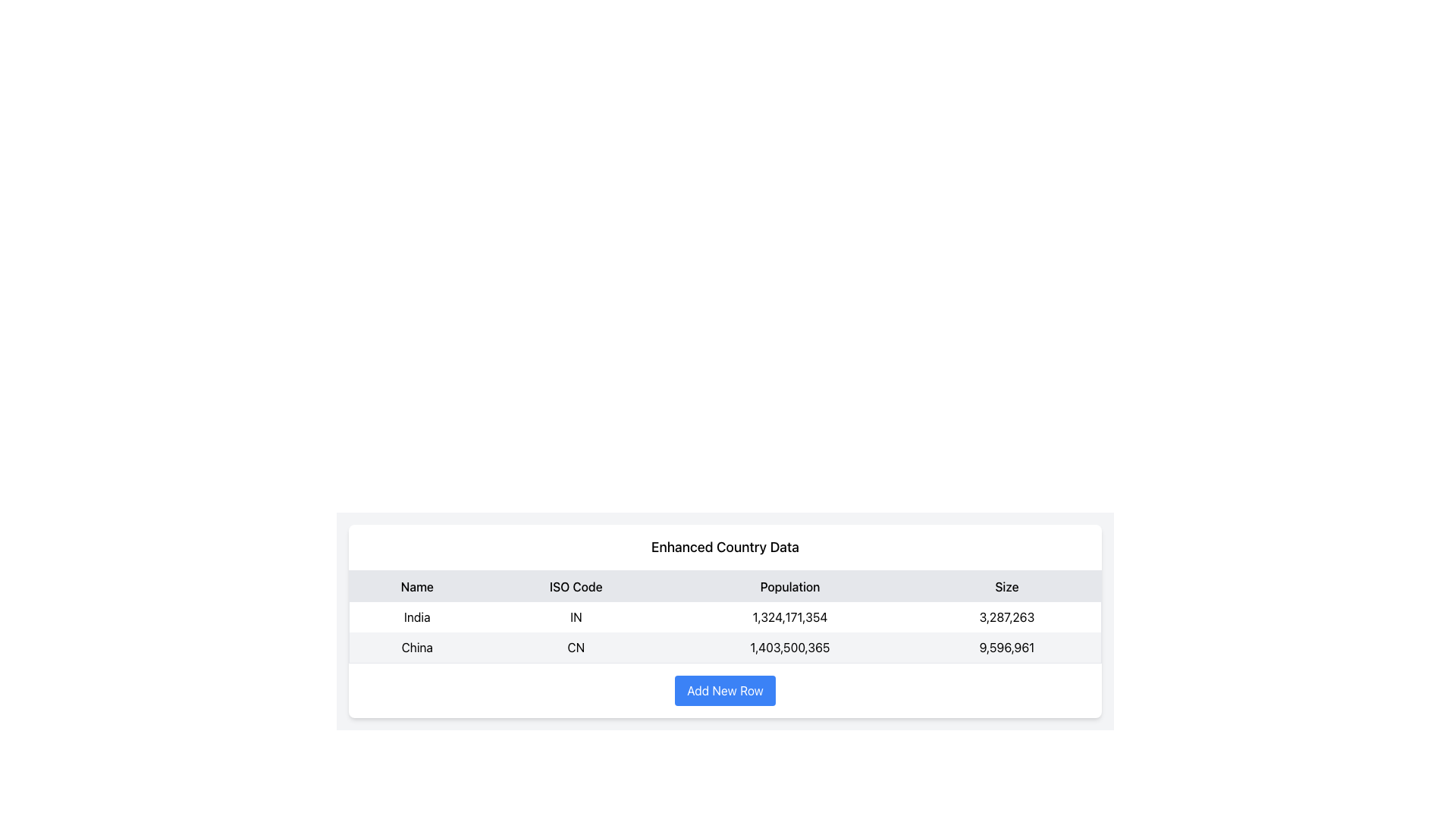 The width and height of the screenshot is (1456, 819). Describe the element at coordinates (417, 585) in the screenshot. I see `the 'Name' text field located in the first column of the header row in the 'Enhanced Country Data' panel` at that location.